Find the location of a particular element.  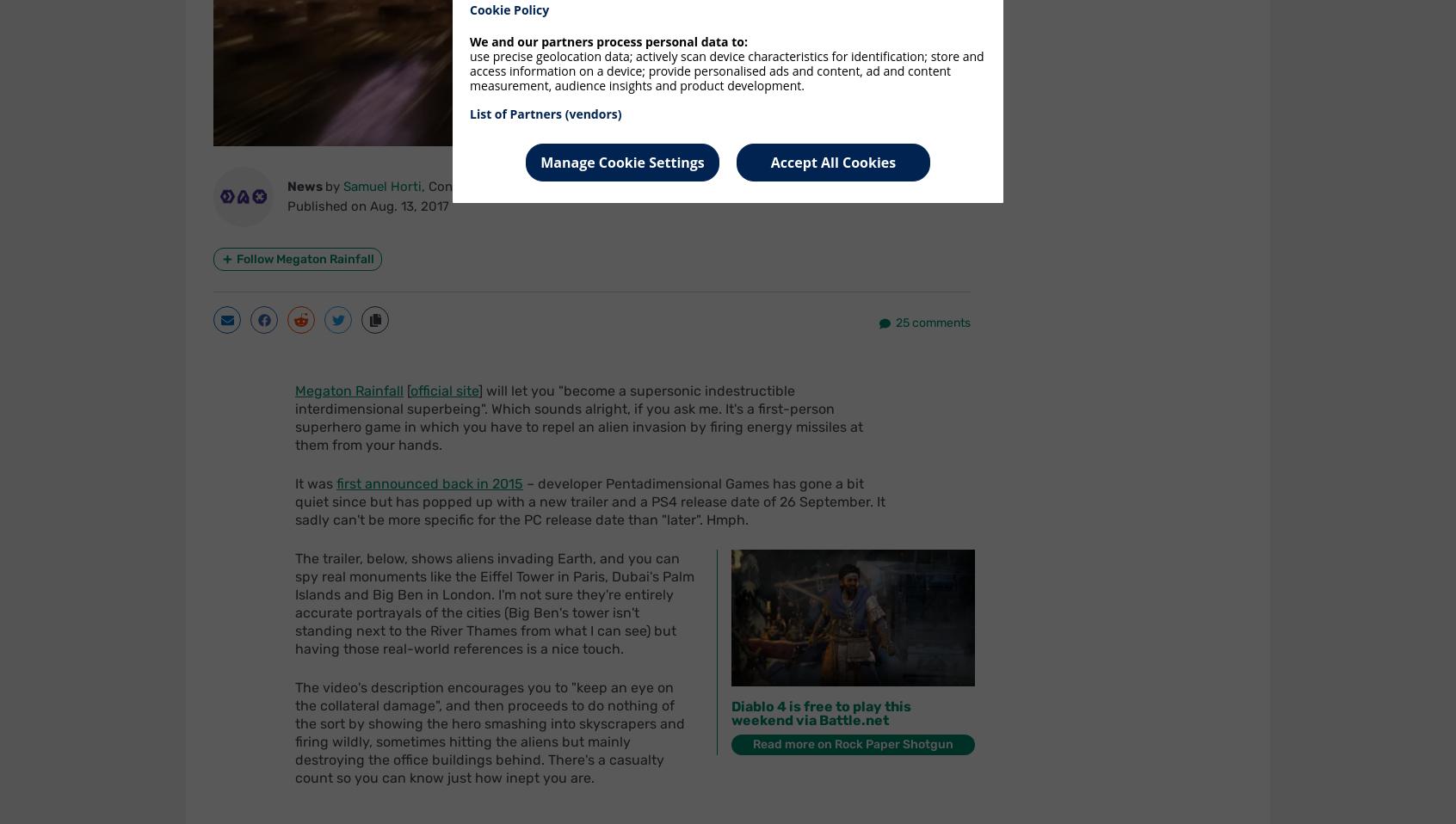

'Aug. 13, 2017' is located at coordinates (408, 205).